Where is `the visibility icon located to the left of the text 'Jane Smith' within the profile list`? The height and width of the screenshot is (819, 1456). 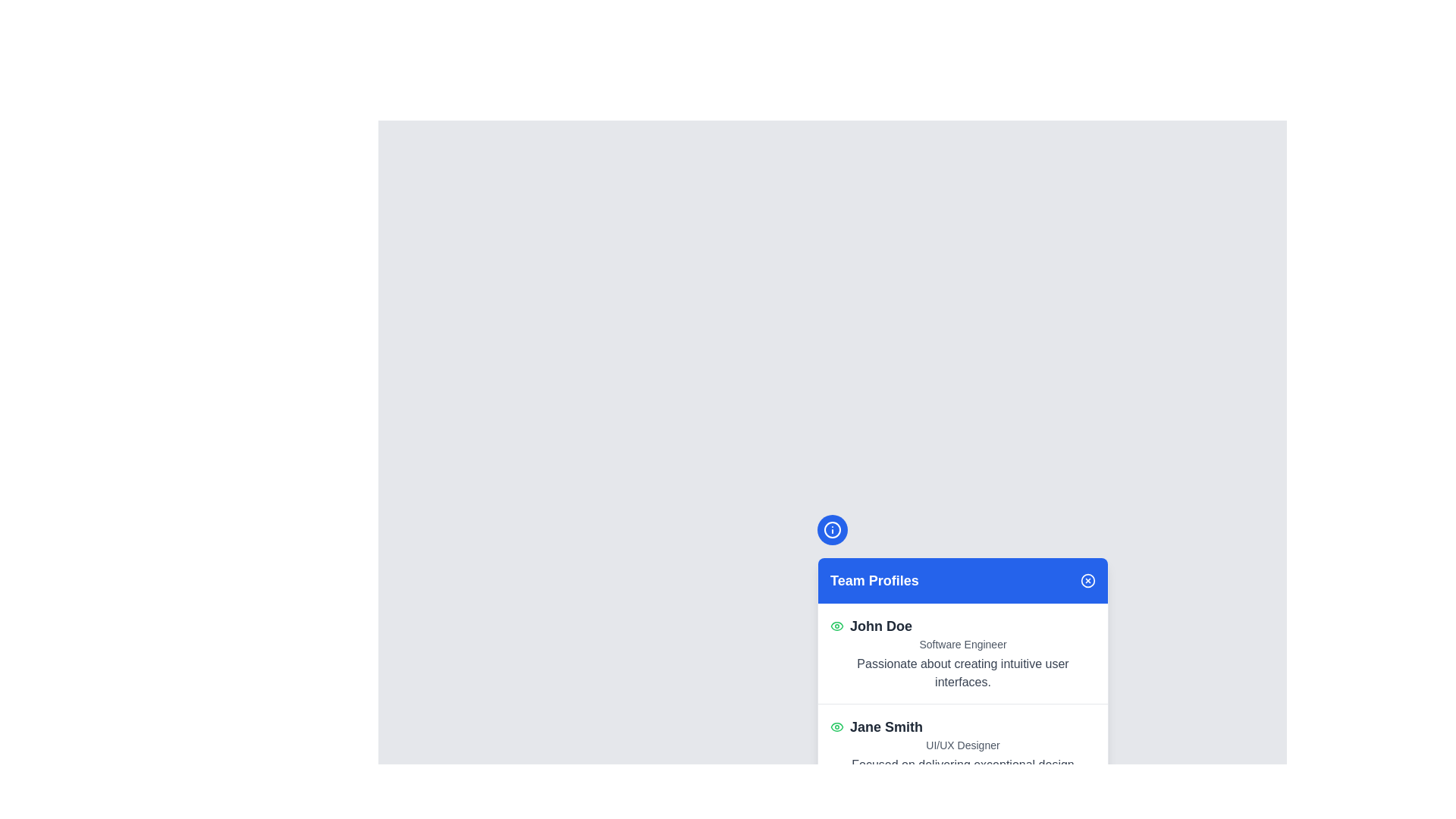
the visibility icon located to the left of the text 'Jane Smith' within the profile list is located at coordinates (836, 726).